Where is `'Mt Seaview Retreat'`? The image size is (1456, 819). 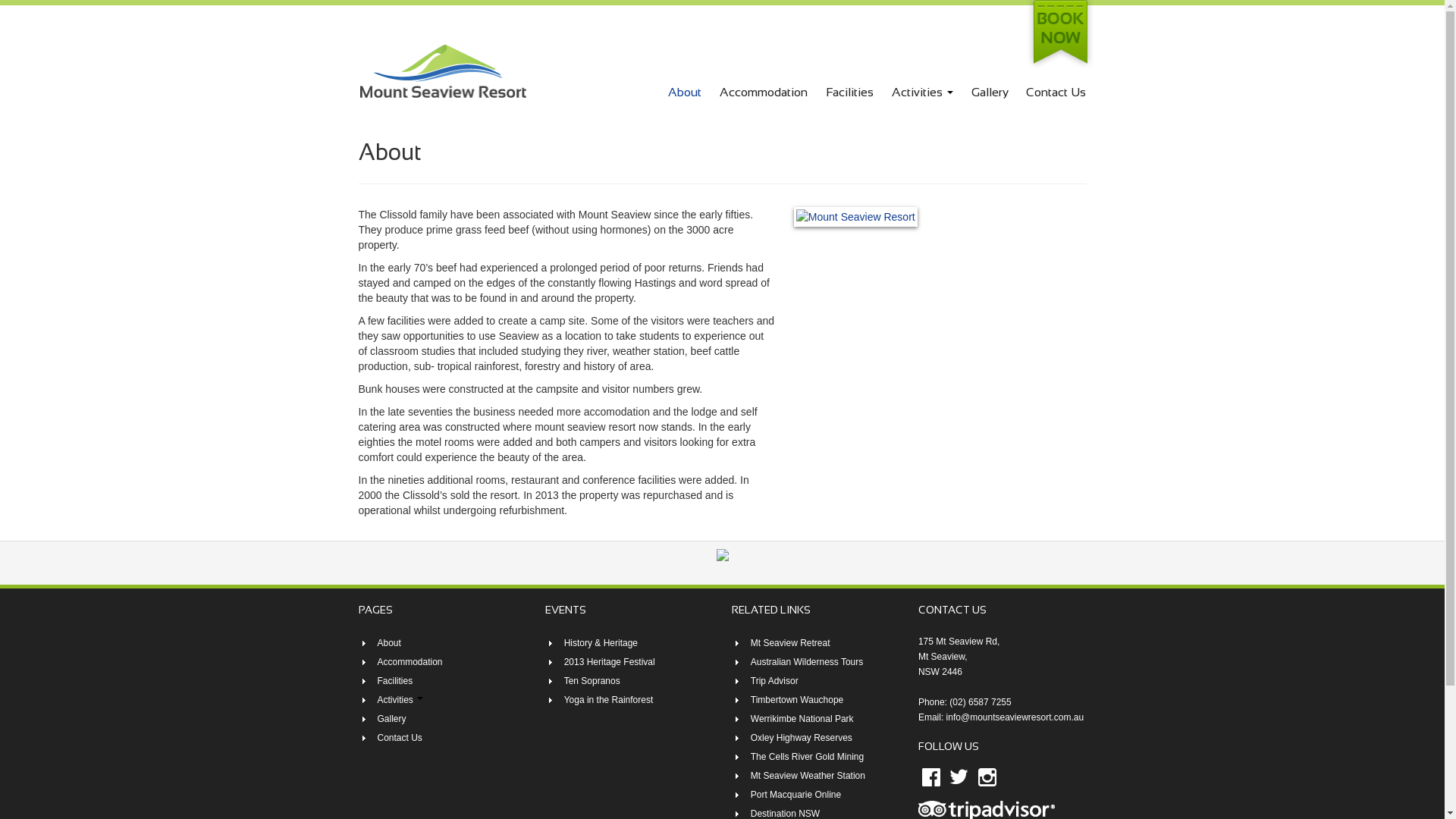 'Mt Seaview Retreat' is located at coordinates (789, 643).